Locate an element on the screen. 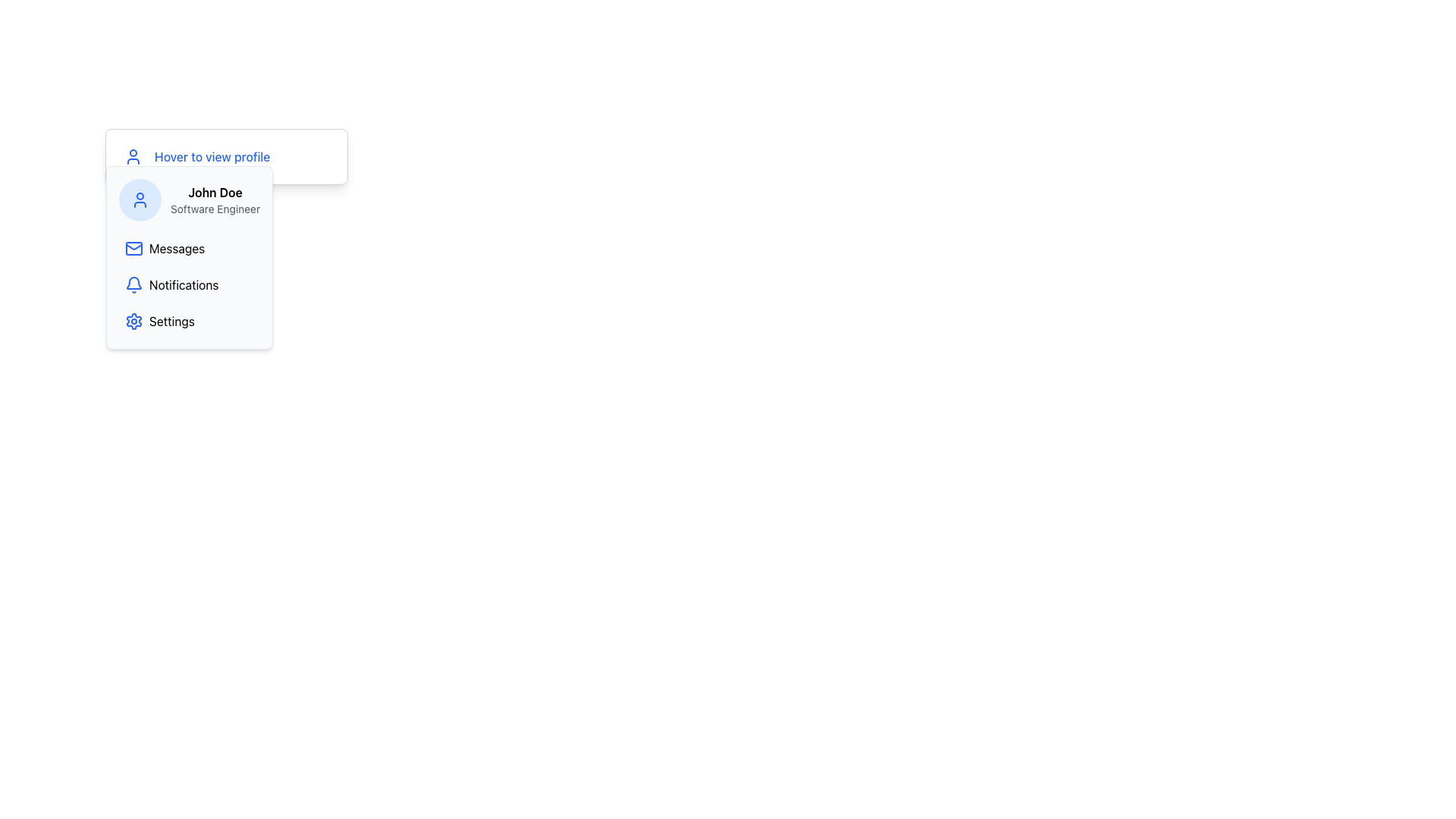 This screenshot has height=819, width=1456. the informative text label displayed next to the user icon in the upper-left part of the interface is located at coordinates (212, 157).